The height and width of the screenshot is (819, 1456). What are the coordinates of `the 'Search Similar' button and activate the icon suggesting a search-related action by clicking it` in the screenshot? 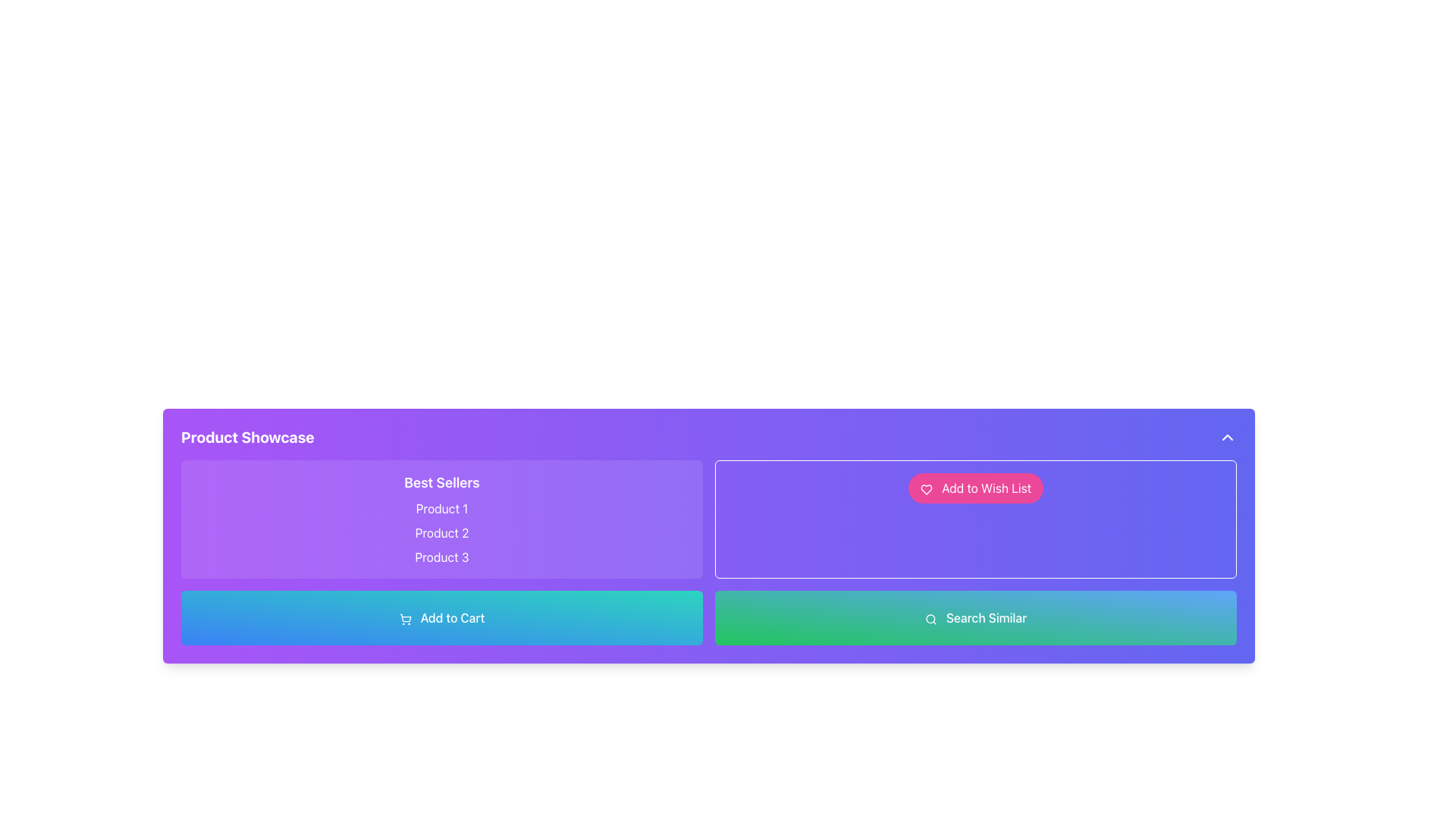 It's located at (930, 619).